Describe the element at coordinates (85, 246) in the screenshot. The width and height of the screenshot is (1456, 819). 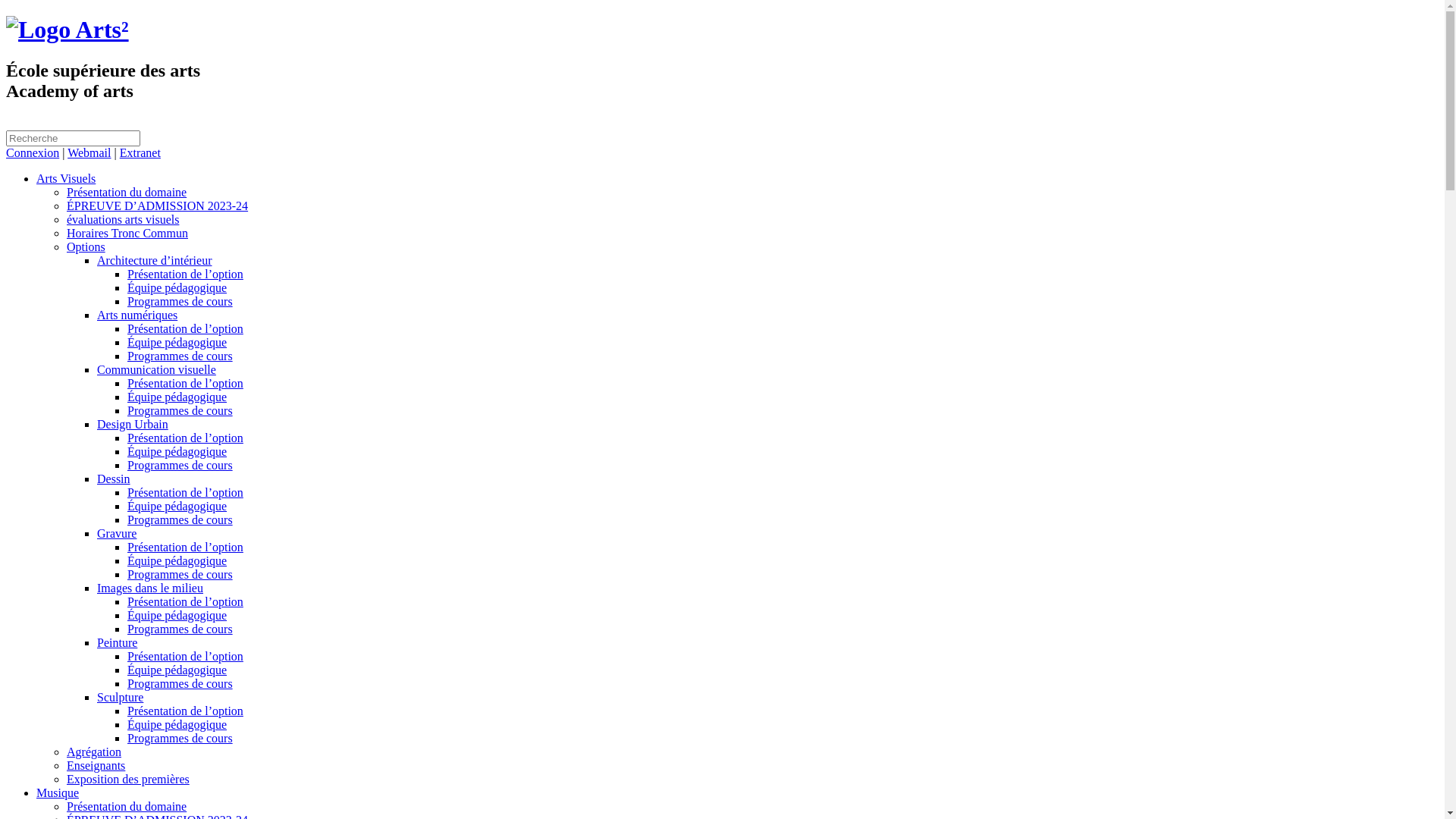
I see `'Options'` at that location.